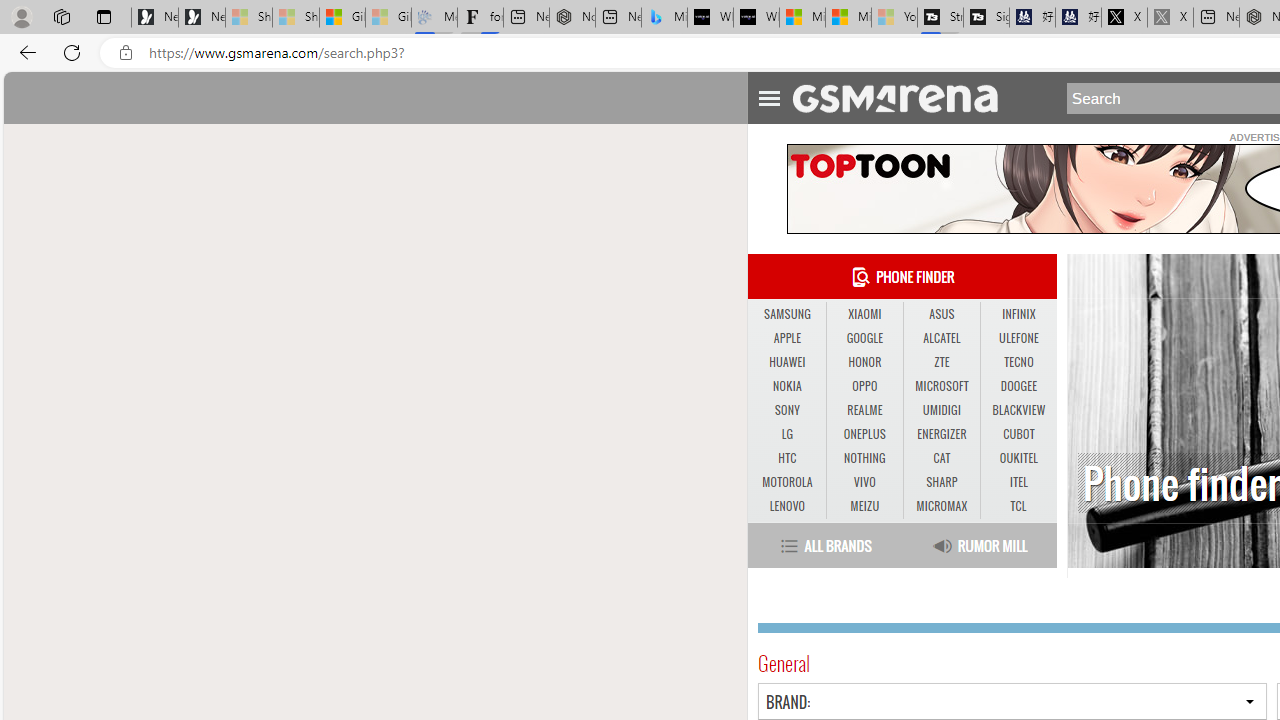 This screenshot has height=720, width=1280. Describe the element at coordinates (940, 409) in the screenshot. I see `'UMIDIGI'` at that location.